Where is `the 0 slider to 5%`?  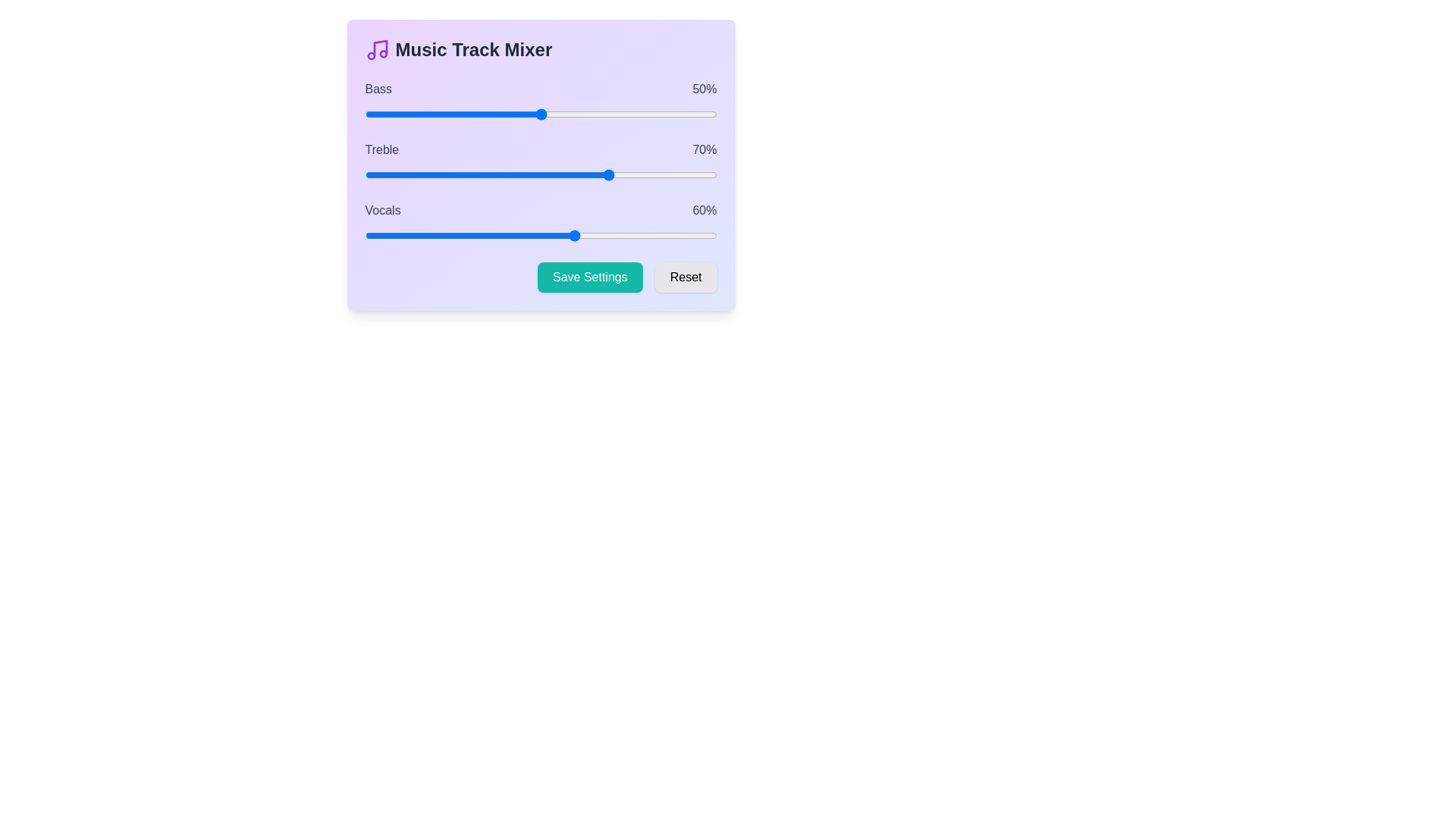
the 0 slider to 5% is located at coordinates (382, 113).